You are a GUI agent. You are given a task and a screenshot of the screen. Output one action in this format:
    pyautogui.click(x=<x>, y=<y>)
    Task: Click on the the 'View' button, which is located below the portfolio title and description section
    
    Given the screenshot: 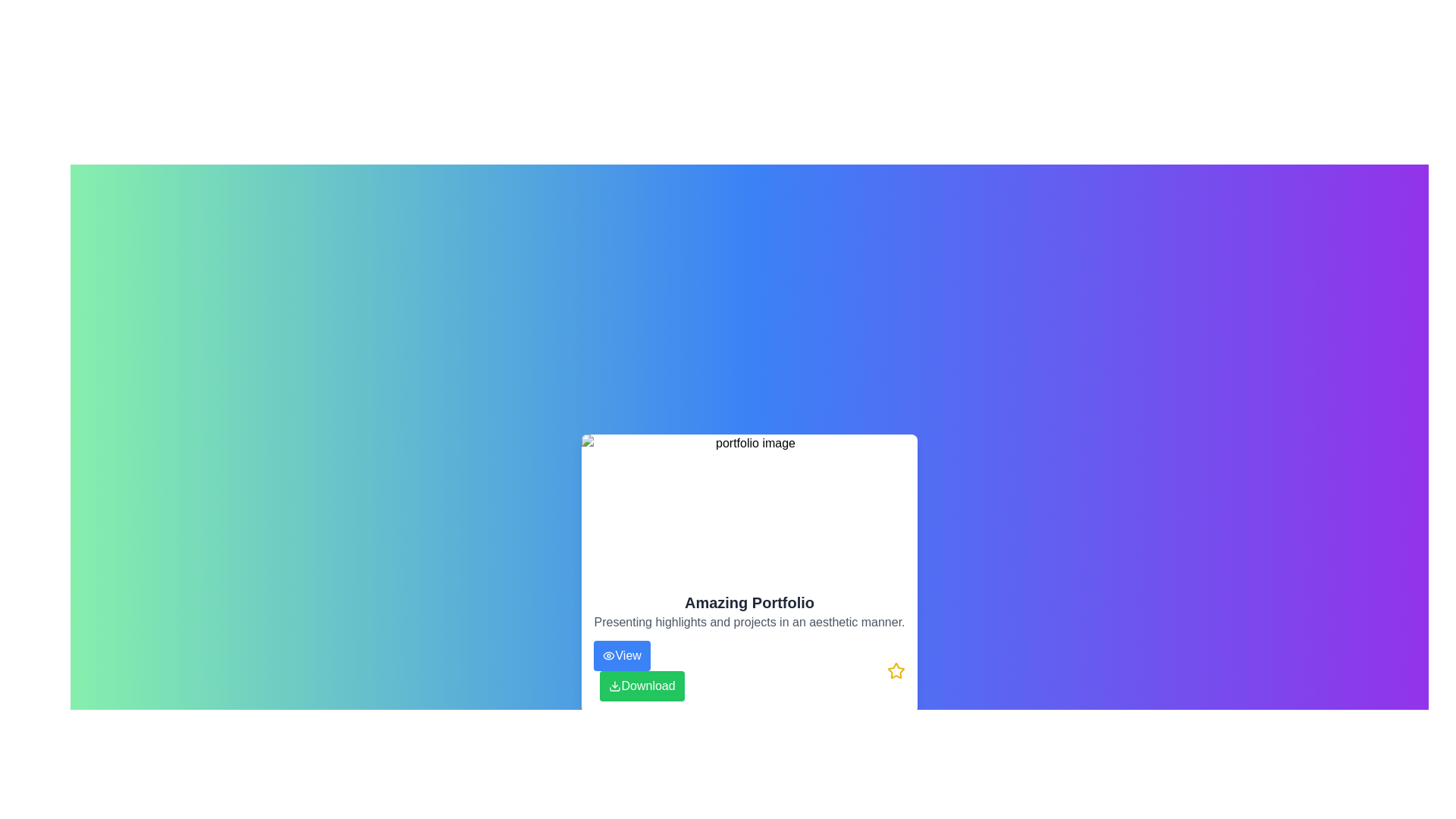 What is the action you would take?
    pyautogui.click(x=609, y=654)
    